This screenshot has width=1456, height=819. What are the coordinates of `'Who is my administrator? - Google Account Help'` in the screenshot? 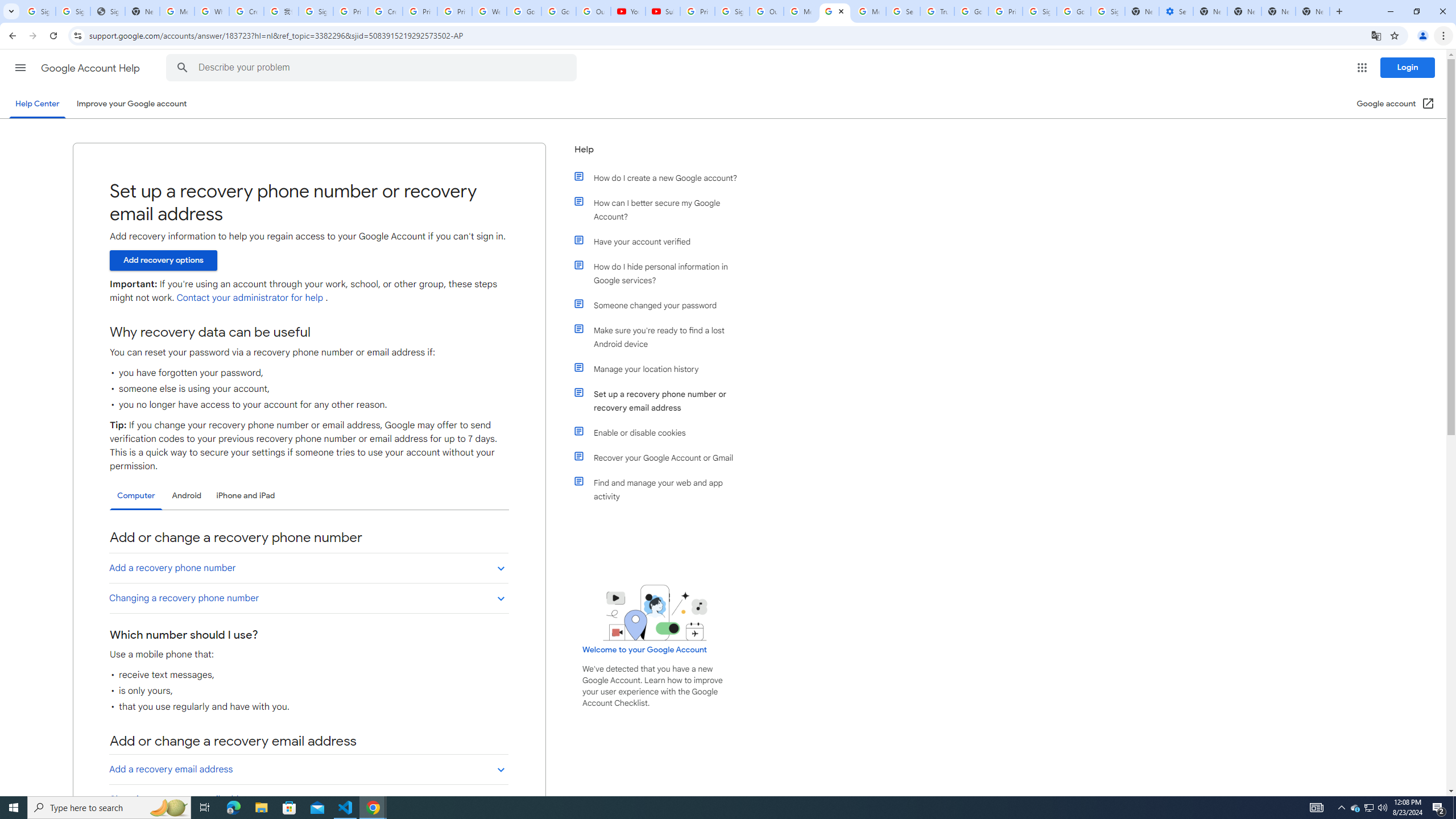 It's located at (211, 11).